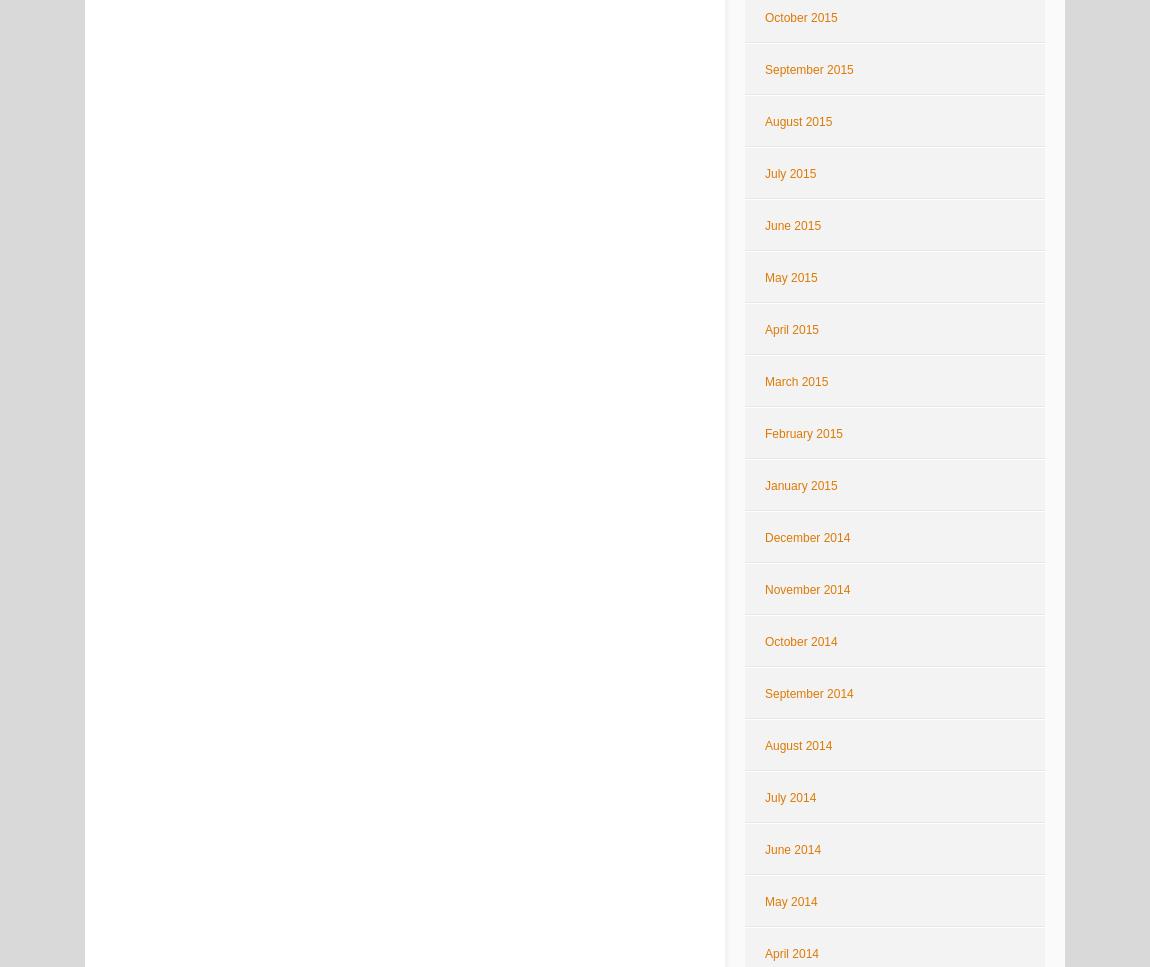  I want to click on 'October 2014', so click(799, 640).